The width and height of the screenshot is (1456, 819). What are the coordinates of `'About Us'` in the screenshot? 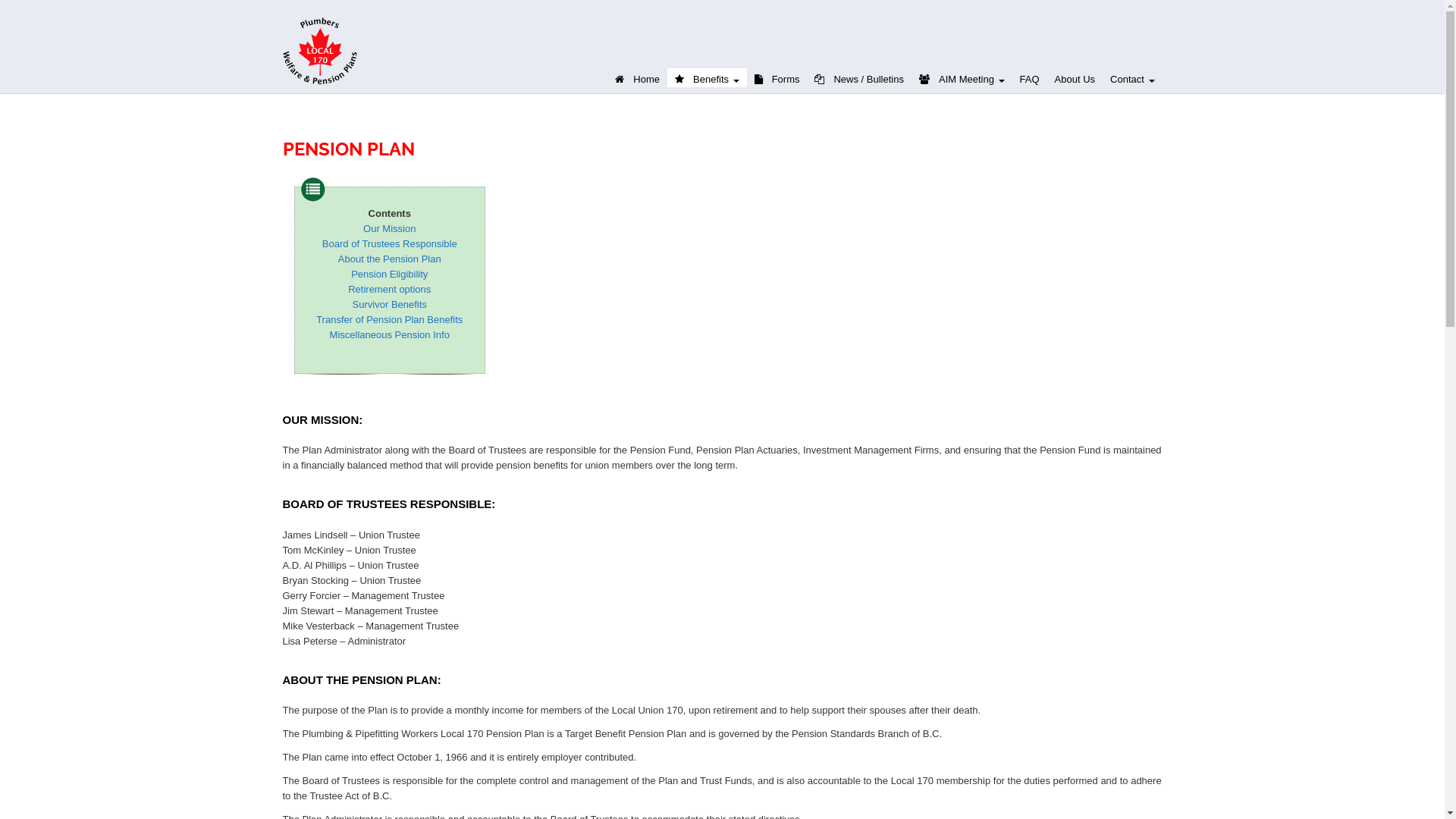 It's located at (1074, 77).